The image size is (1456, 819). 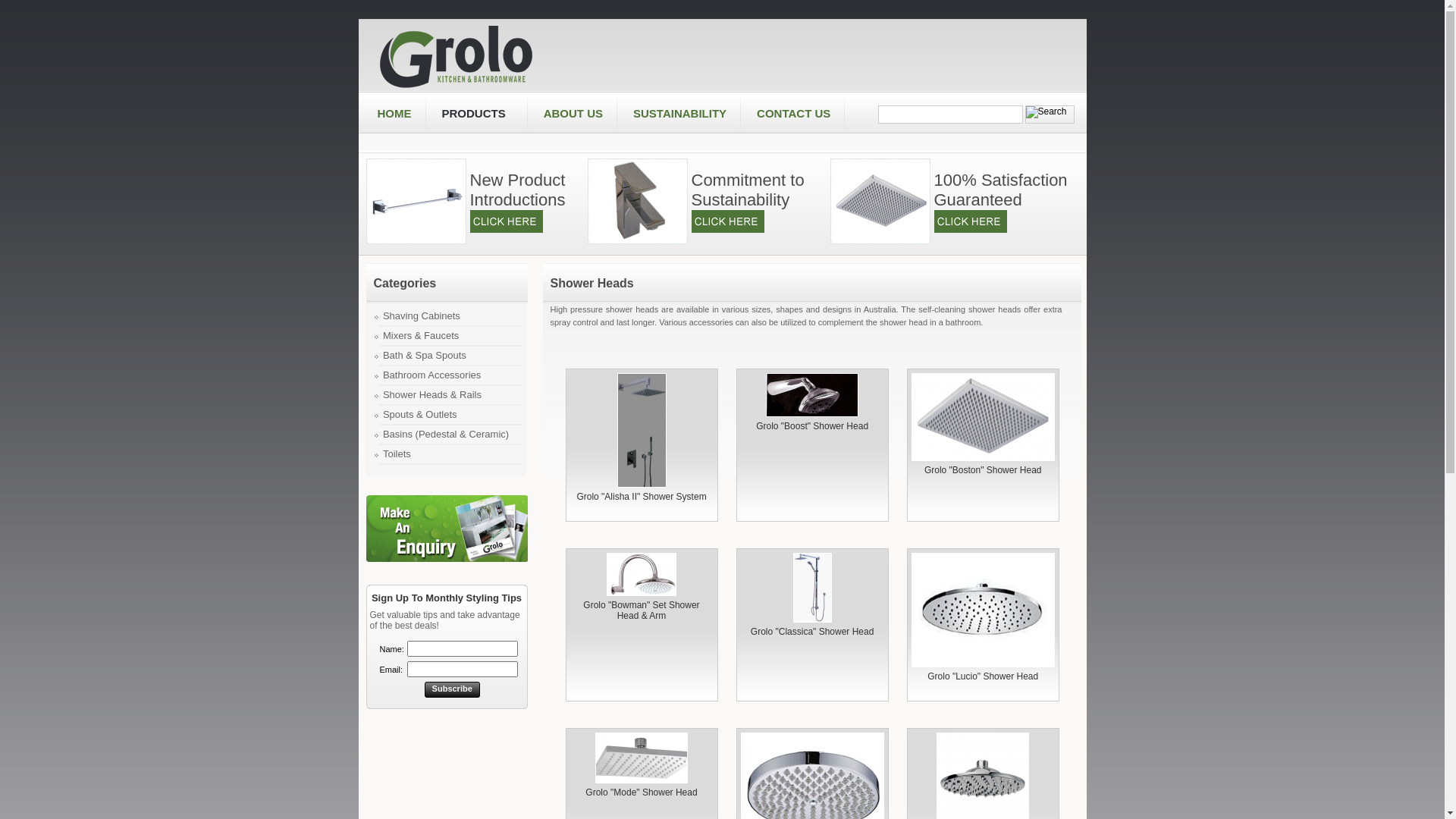 What do you see at coordinates (378, 54) in the screenshot?
I see `'Grolo Bathroom & Kichenware'` at bounding box center [378, 54].